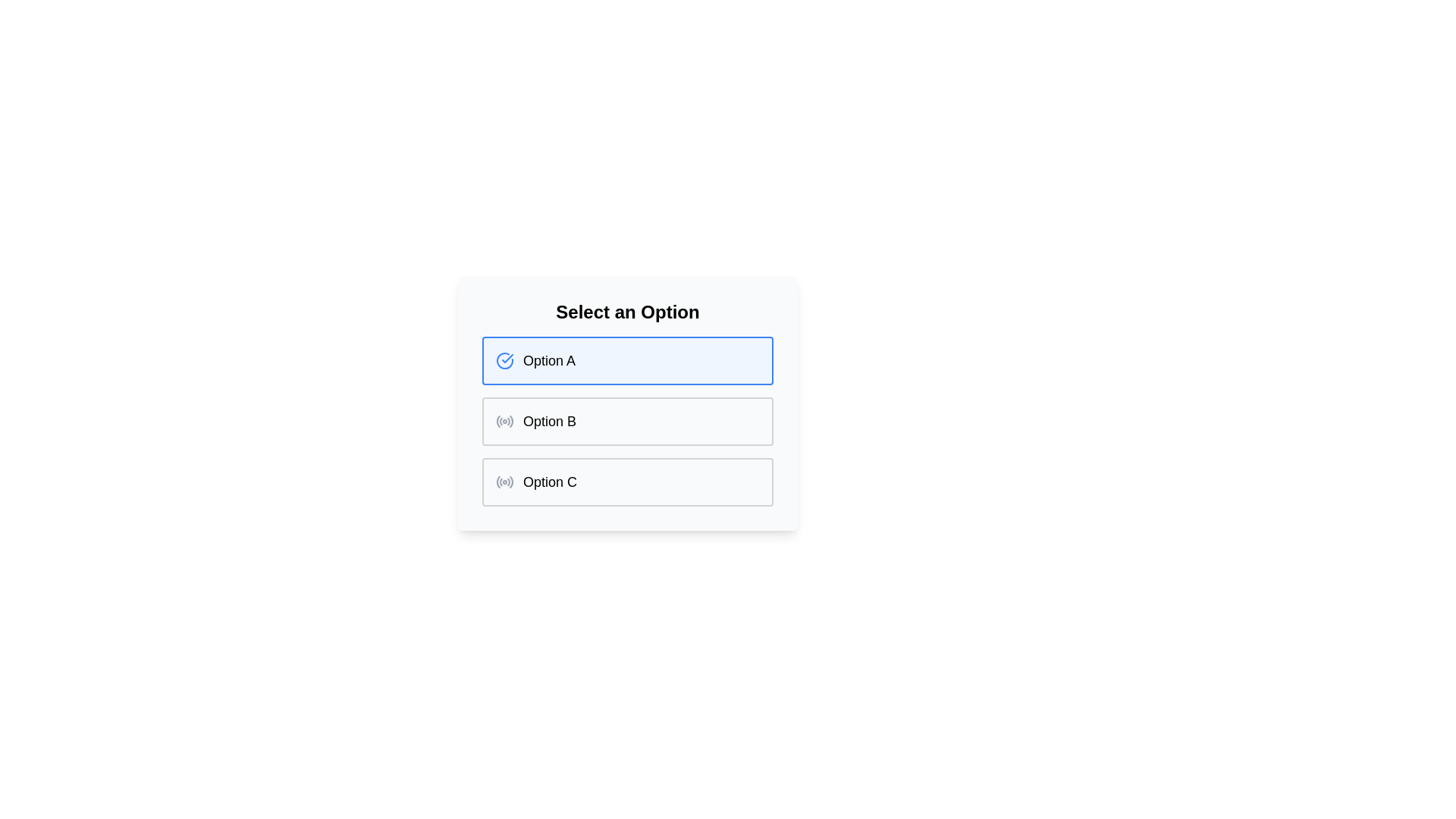  I want to click on label 'Option A' which is a textual label styled with a larger font size and medium weight, located in the first selectable box within the blue-highlighted area, so click(548, 360).